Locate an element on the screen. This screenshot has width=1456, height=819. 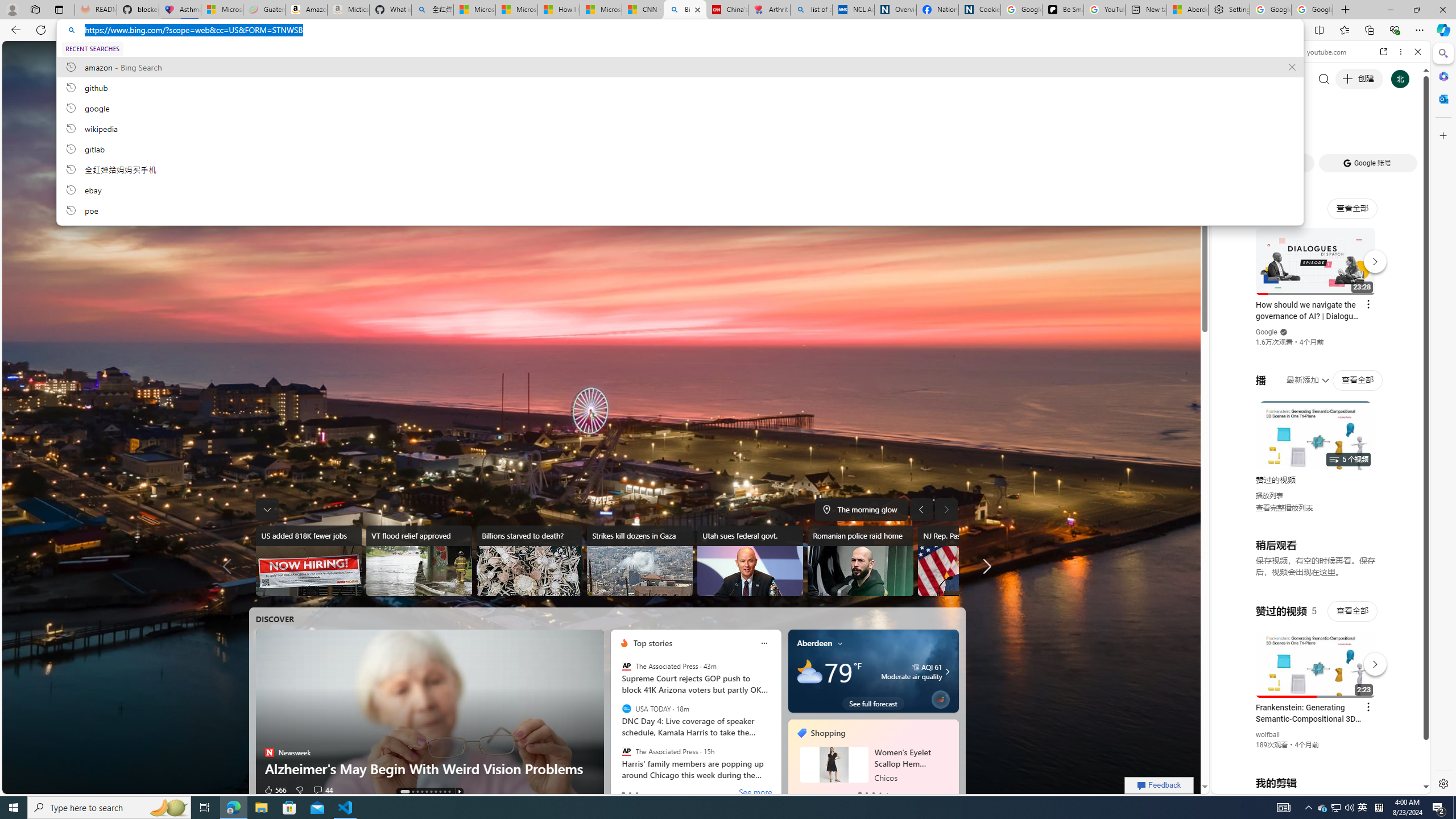
'Restore' is located at coordinates (1416, 9).